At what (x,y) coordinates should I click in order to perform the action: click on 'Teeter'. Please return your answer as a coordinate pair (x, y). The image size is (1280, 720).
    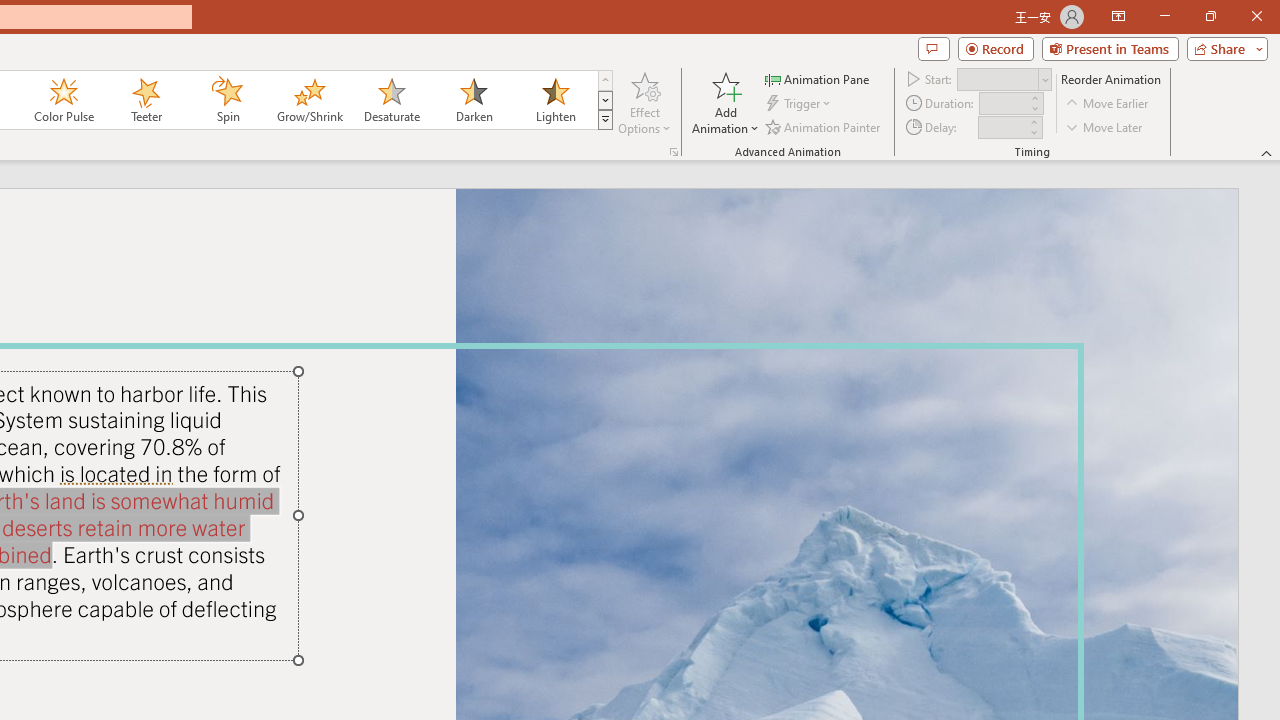
    Looking at the image, I should click on (144, 100).